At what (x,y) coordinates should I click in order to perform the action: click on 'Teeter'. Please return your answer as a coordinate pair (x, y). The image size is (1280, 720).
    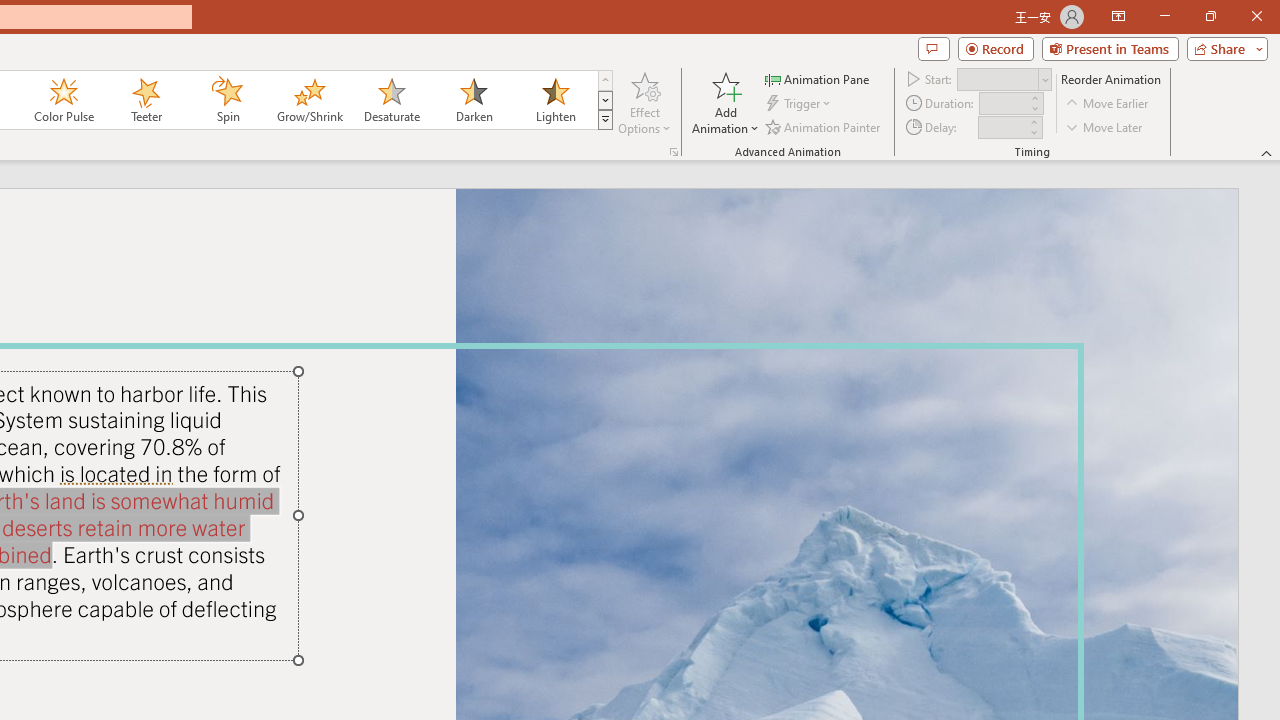
    Looking at the image, I should click on (144, 100).